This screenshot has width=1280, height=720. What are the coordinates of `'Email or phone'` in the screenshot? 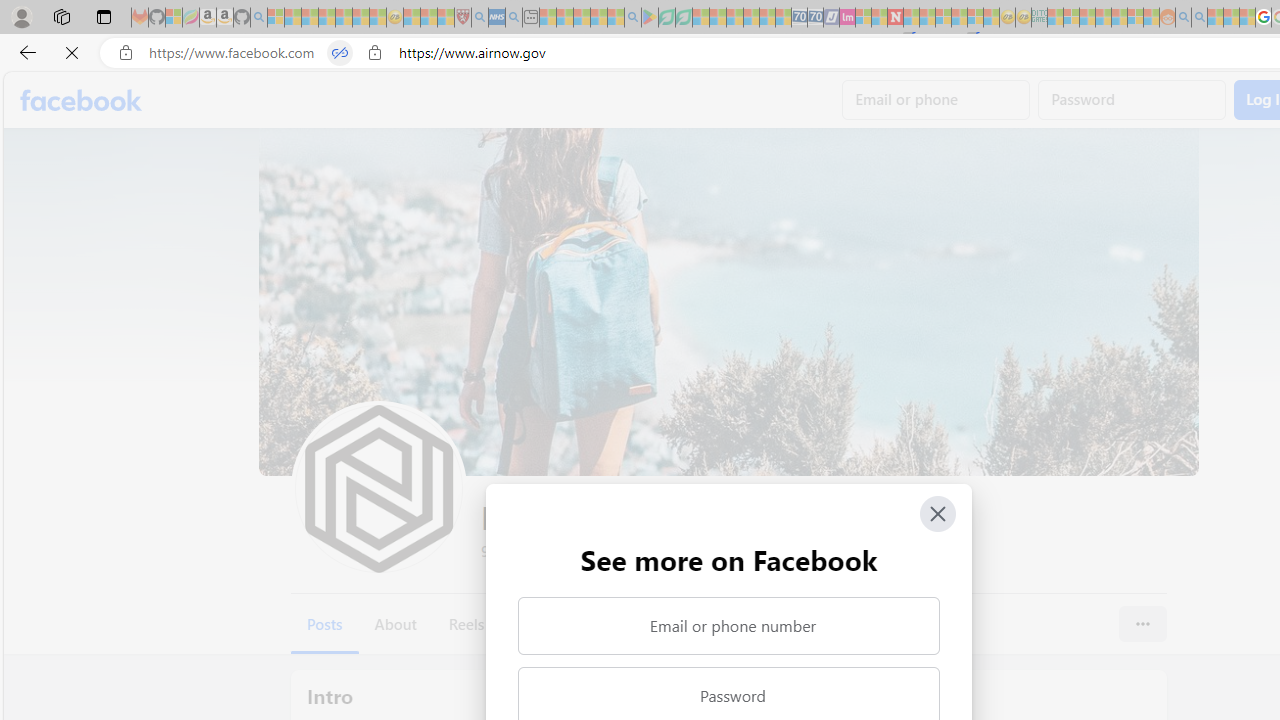 It's located at (935, 100).